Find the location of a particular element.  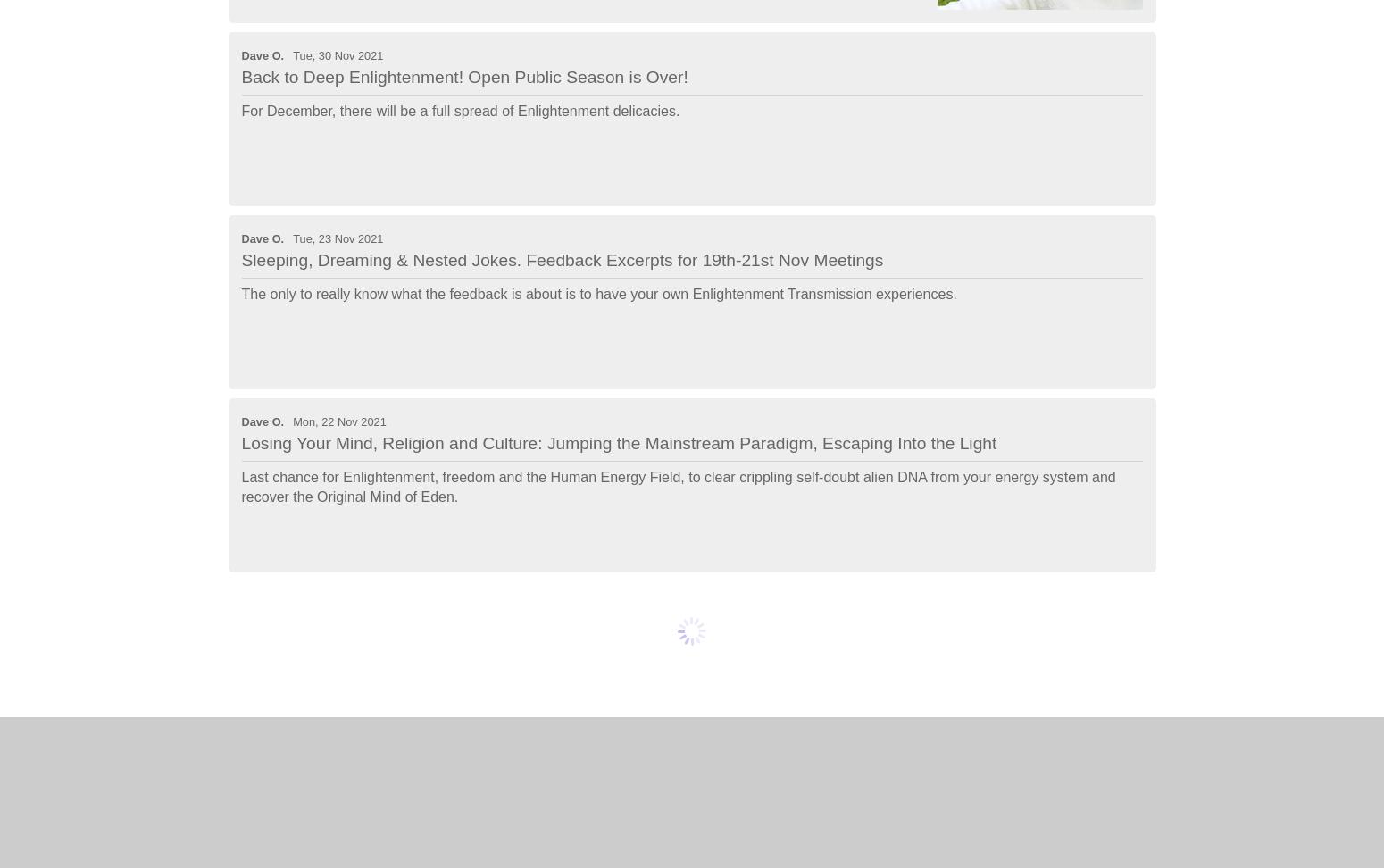

'Sleeping, Dreaming & Nested Jokes. Feedback Excerpts for 19th-21st Nov Meetings' is located at coordinates (561, 259).